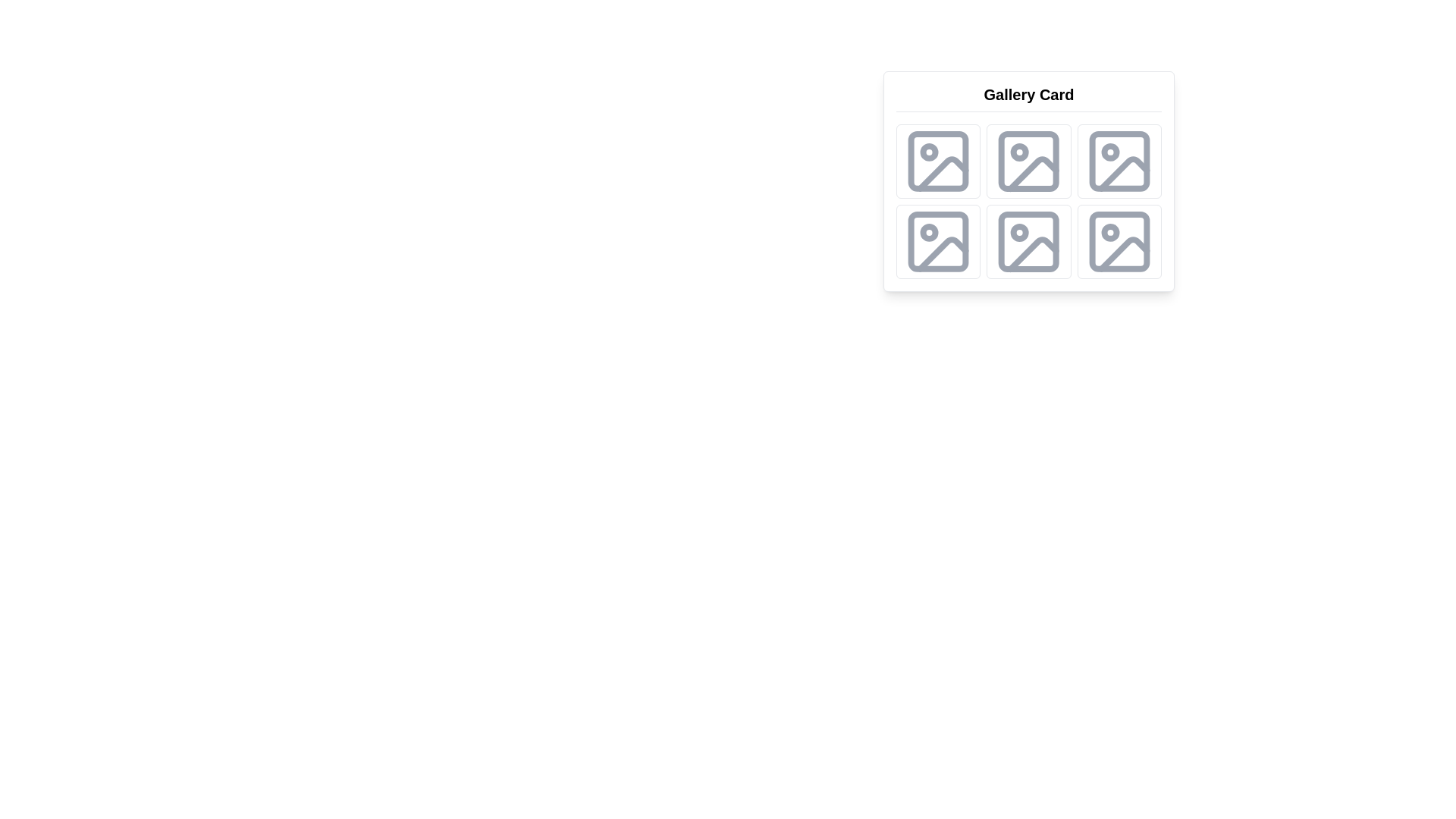 This screenshot has width=1456, height=819. Describe the element at coordinates (937, 161) in the screenshot. I see `the small rectangle within the picture frame icon that is located at the top-left corner of the grid section of the interface` at that location.